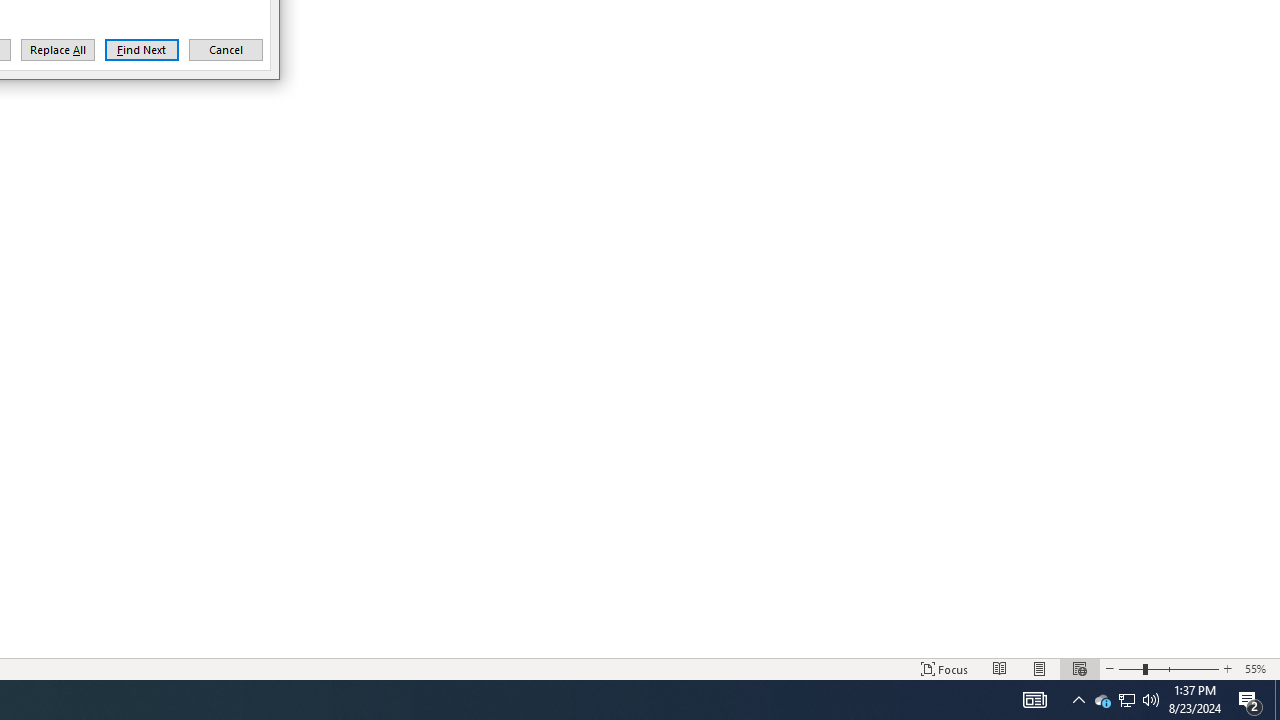 This screenshot has height=720, width=1280. What do you see at coordinates (1034, 698) in the screenshot?
I see `'AutomationID: 4105'` at bounding box center [1034, 698].